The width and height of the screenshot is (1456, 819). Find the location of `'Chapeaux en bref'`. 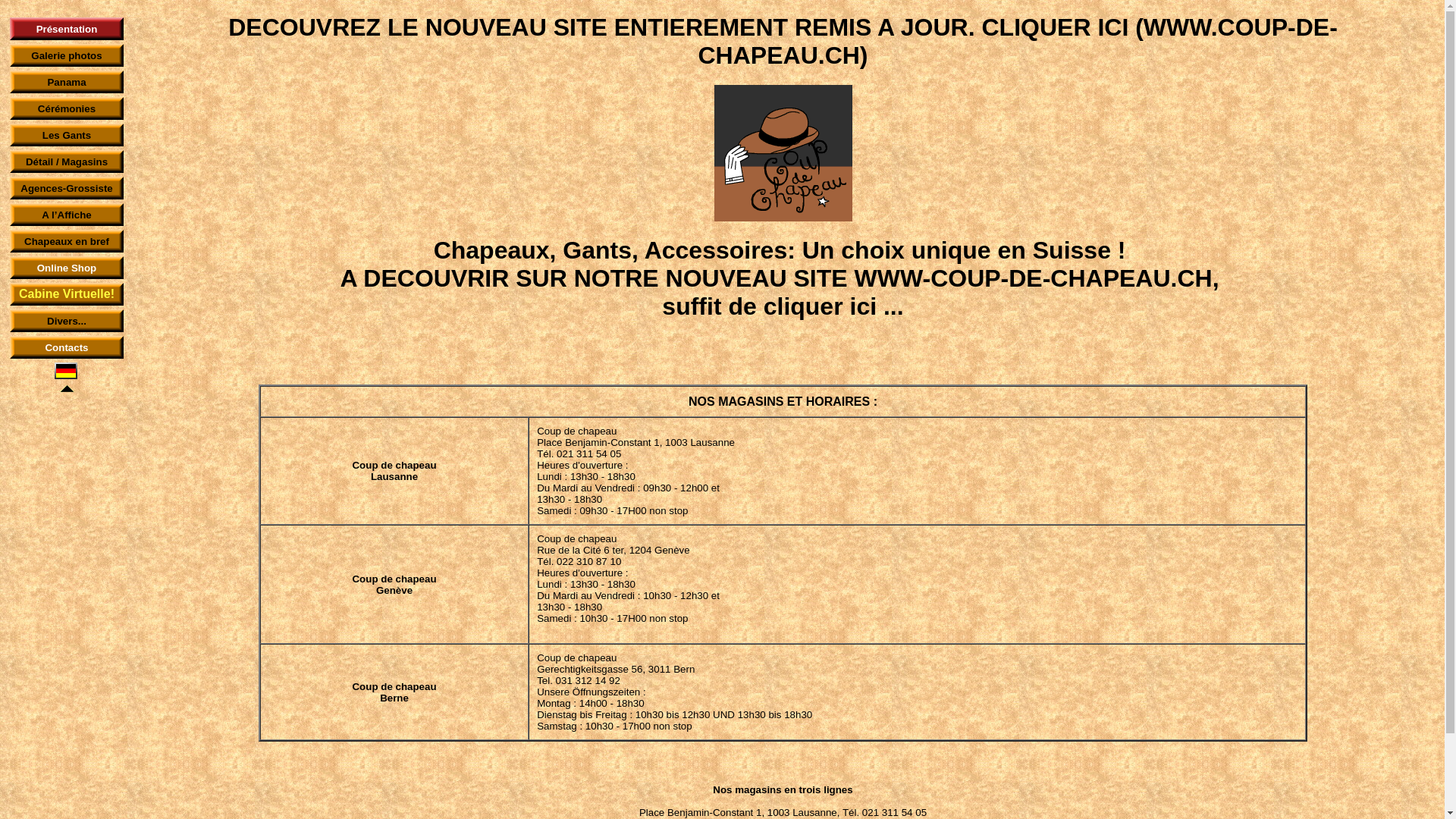

'Chapeaux en bref' is located at coordinates (65, 240).